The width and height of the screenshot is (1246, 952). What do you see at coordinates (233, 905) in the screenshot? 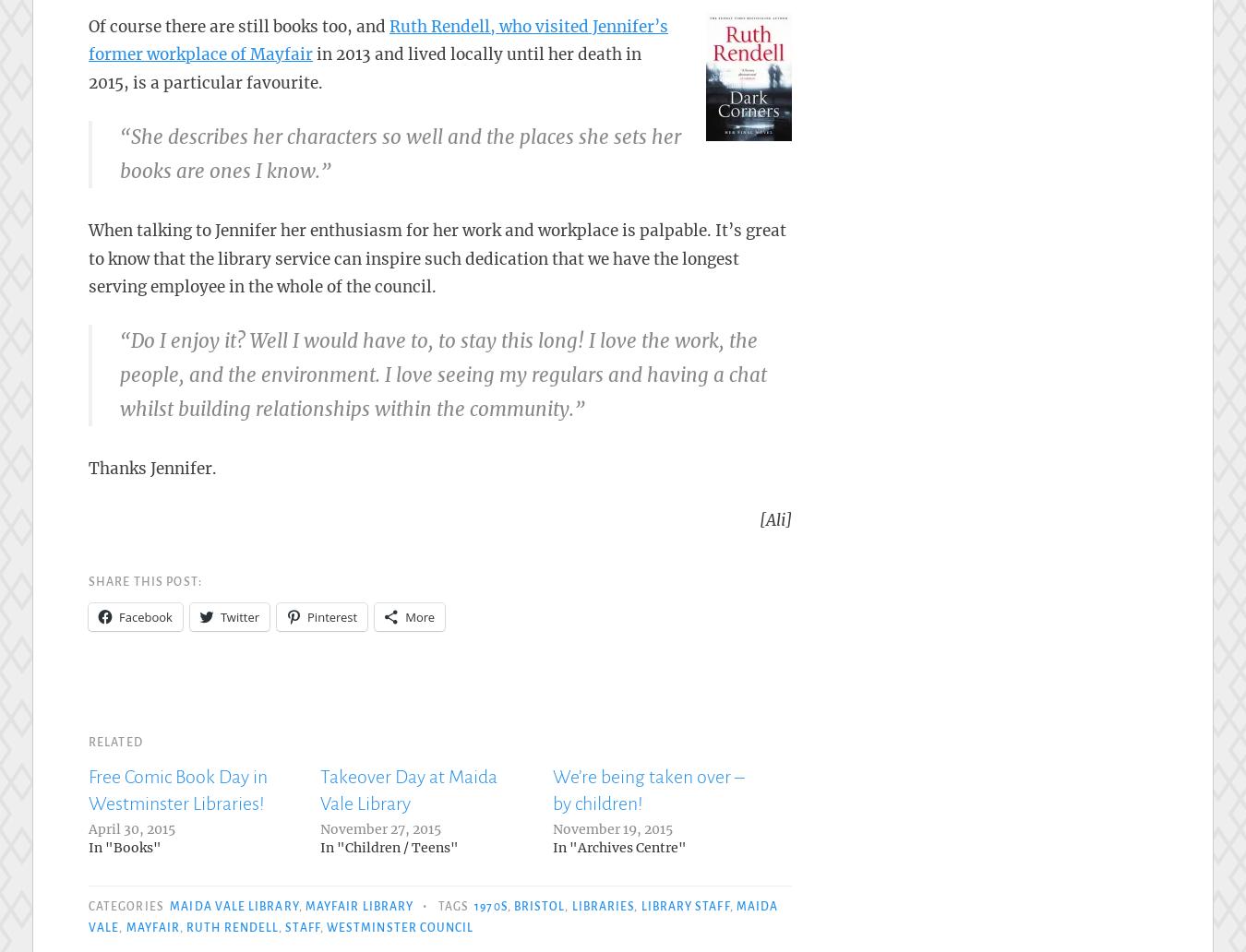
I see `'Maida Vale Library'` at bounding box center [233, 905].